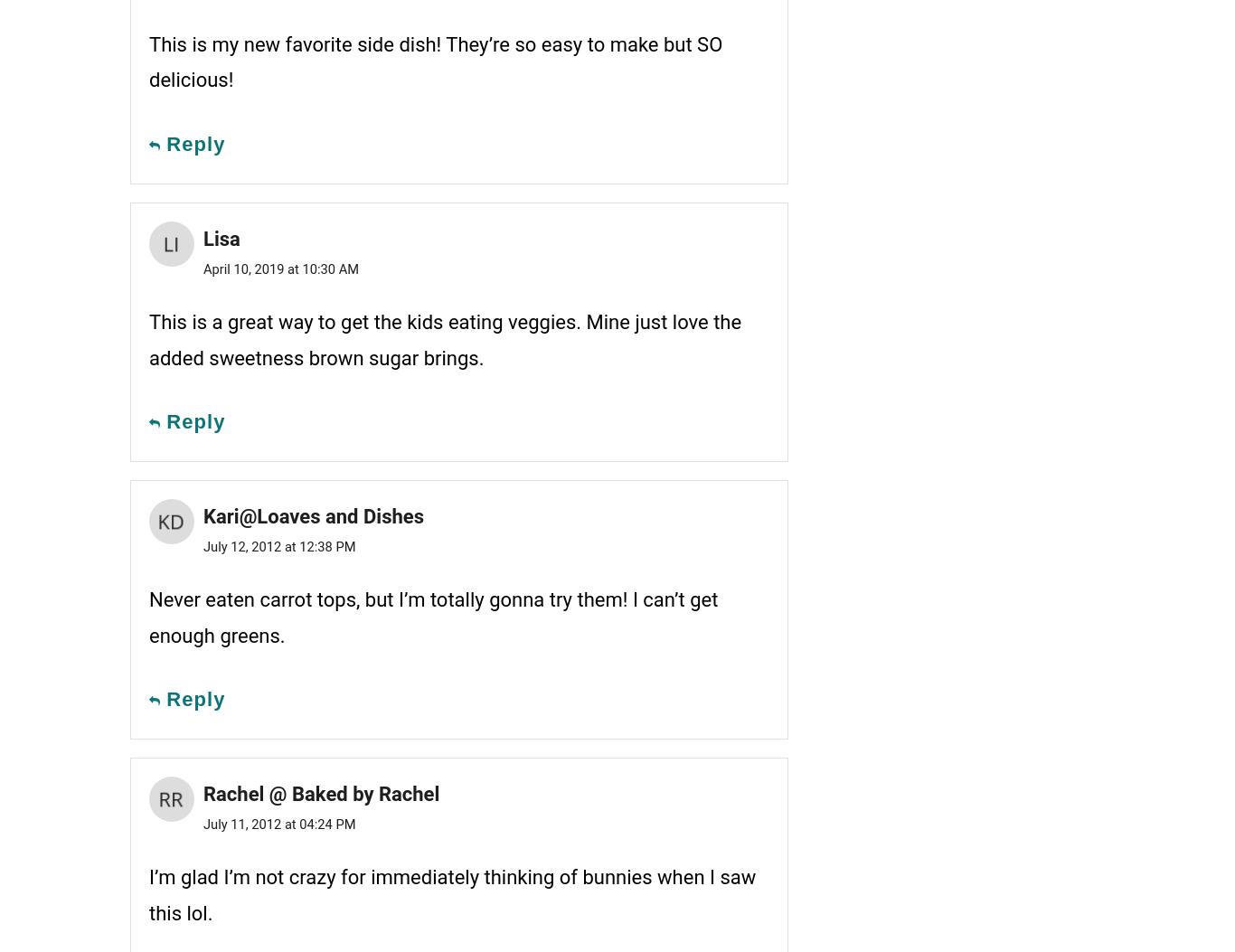 This screenshot has width=1235, height=952. Describe the element at coordinates (281, 269) in the screenshot. I see `'April 10, 2019 at 10:30 AM'` at that location.